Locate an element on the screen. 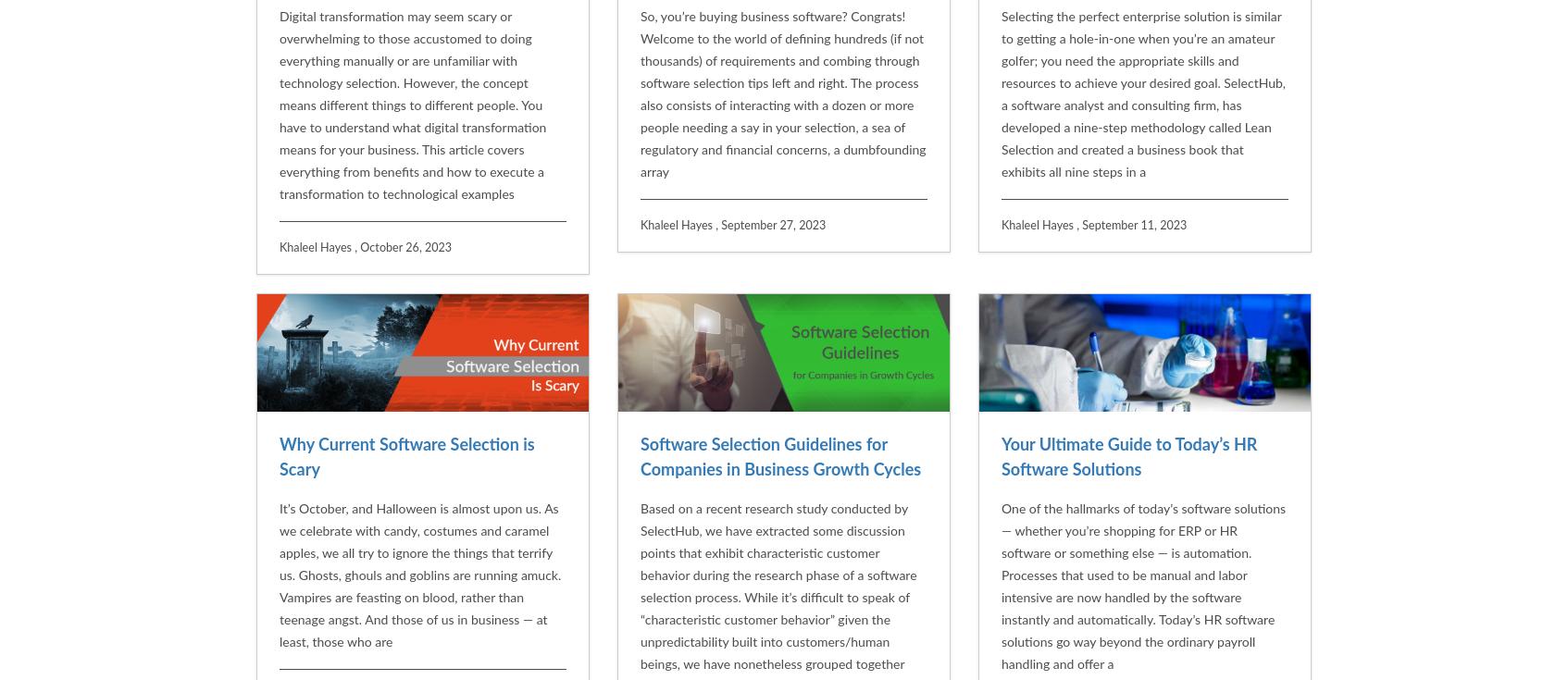 The height and width of the screenshot is (680, 1568). 'One of the hallmarks of today’s software solutions — whether you’re shopping for ERP or HR software or something else — is automation. Processes that used to be manual and labor intensive are now handled by the software instantly and automatically. Today’s HR software solutions go way beyond the ordinary payroll handling and offer a' is located at coordinates (1001, 396).